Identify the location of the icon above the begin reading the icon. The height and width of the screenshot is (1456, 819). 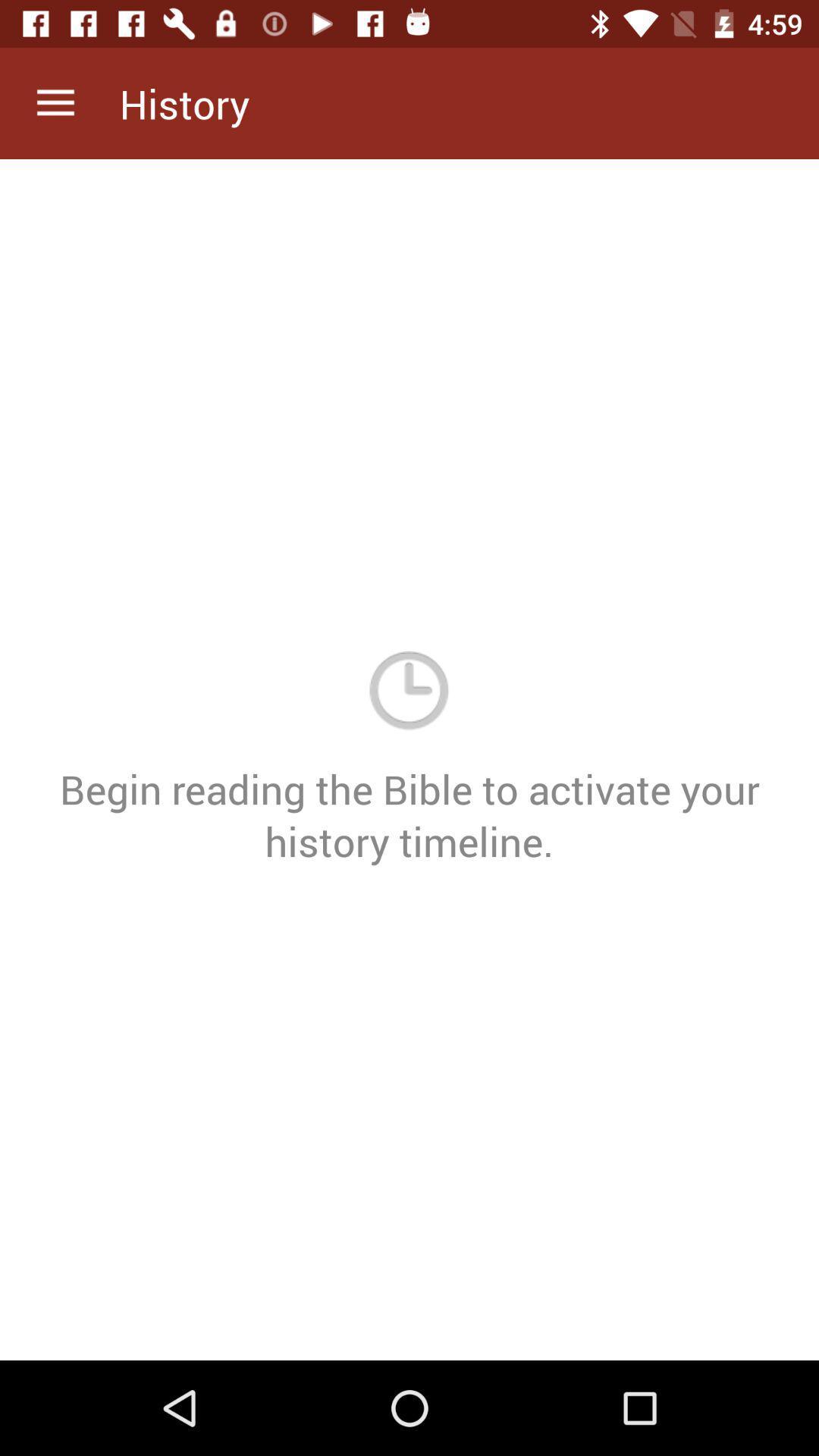
(55, 102).